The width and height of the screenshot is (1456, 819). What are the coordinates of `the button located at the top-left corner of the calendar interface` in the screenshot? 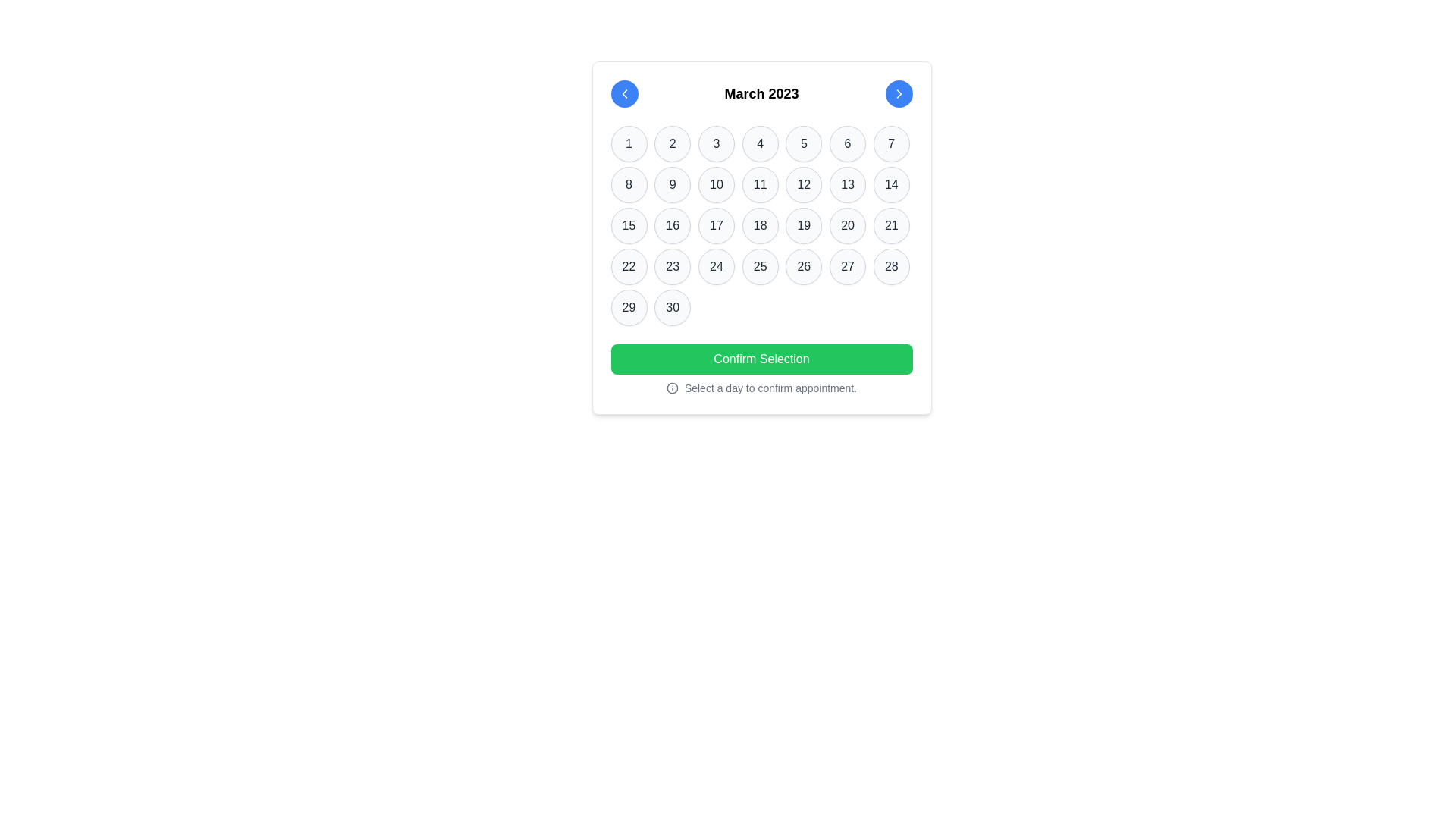 It's located at (624, 93).